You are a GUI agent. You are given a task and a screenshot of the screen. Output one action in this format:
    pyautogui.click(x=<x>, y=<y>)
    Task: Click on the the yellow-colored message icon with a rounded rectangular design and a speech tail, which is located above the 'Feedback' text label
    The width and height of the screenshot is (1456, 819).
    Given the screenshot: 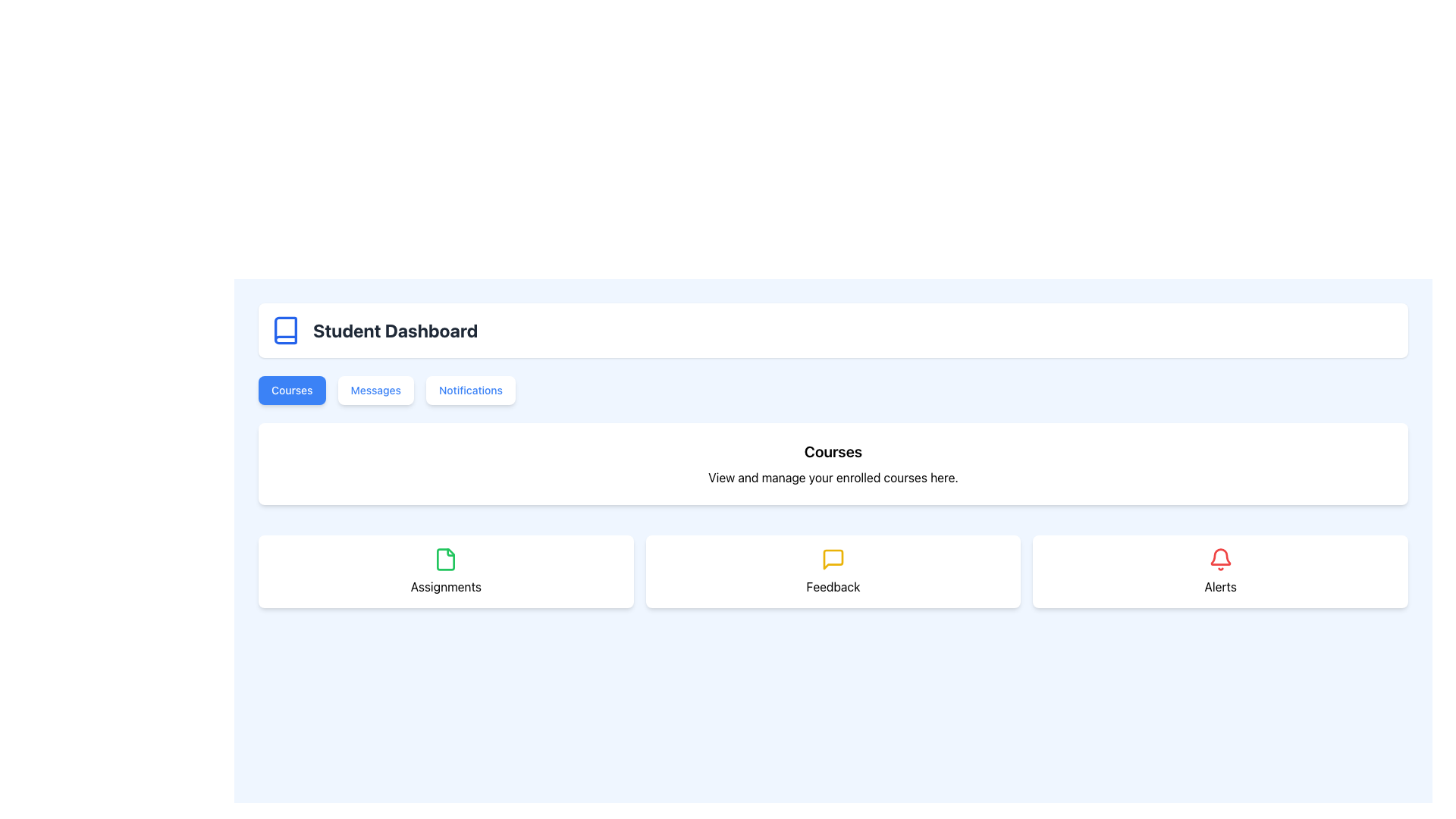 What is the action you would take?
    pyautogui.click(x=833, y=559)
    